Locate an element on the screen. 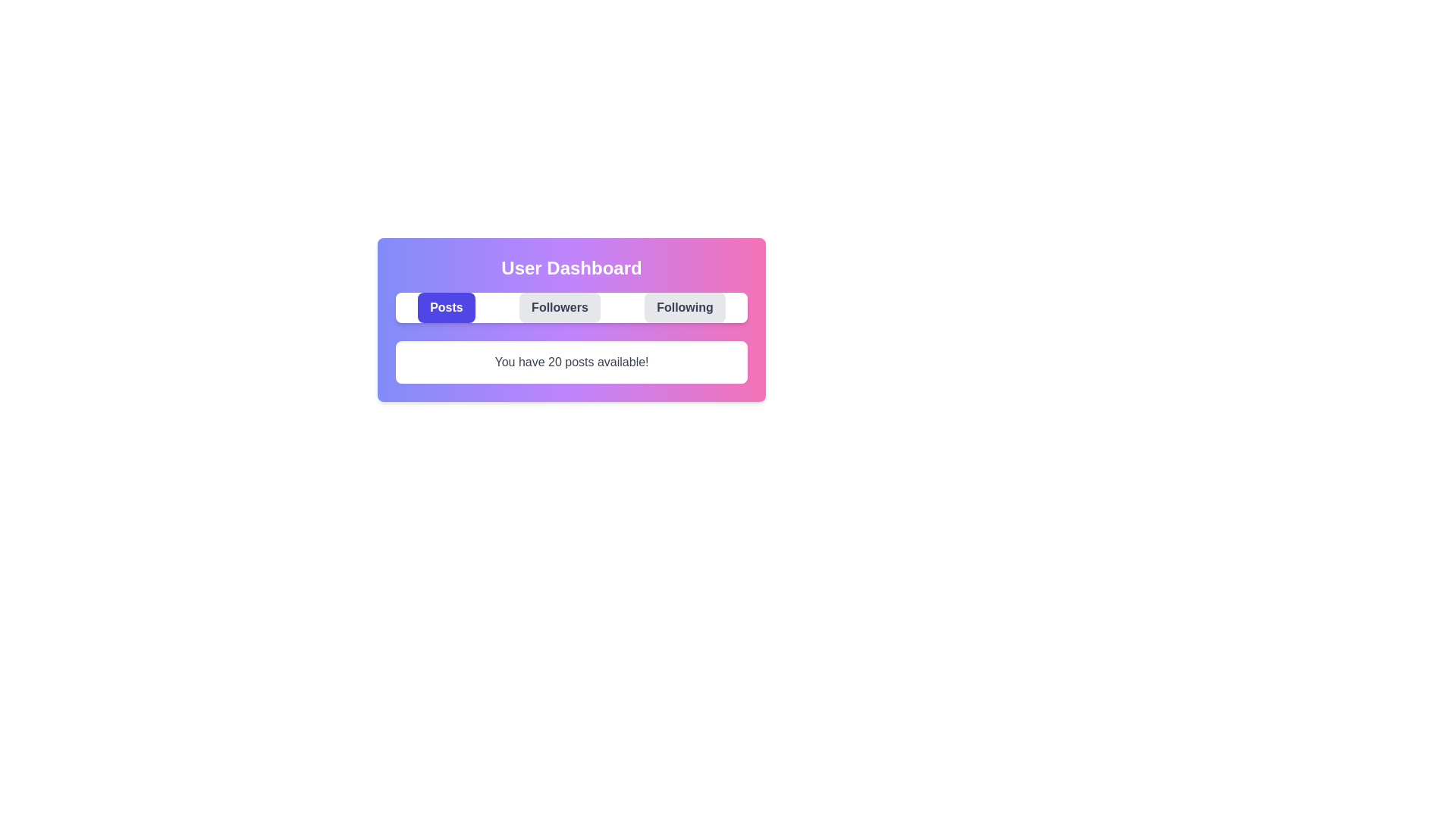 The height and width of the screenshot is (819, 1456). the navigation bar buttons located at the top-center of the user dashboard to switch between content views (Posts, Followers, Following) is located at coordinates (570, 307).